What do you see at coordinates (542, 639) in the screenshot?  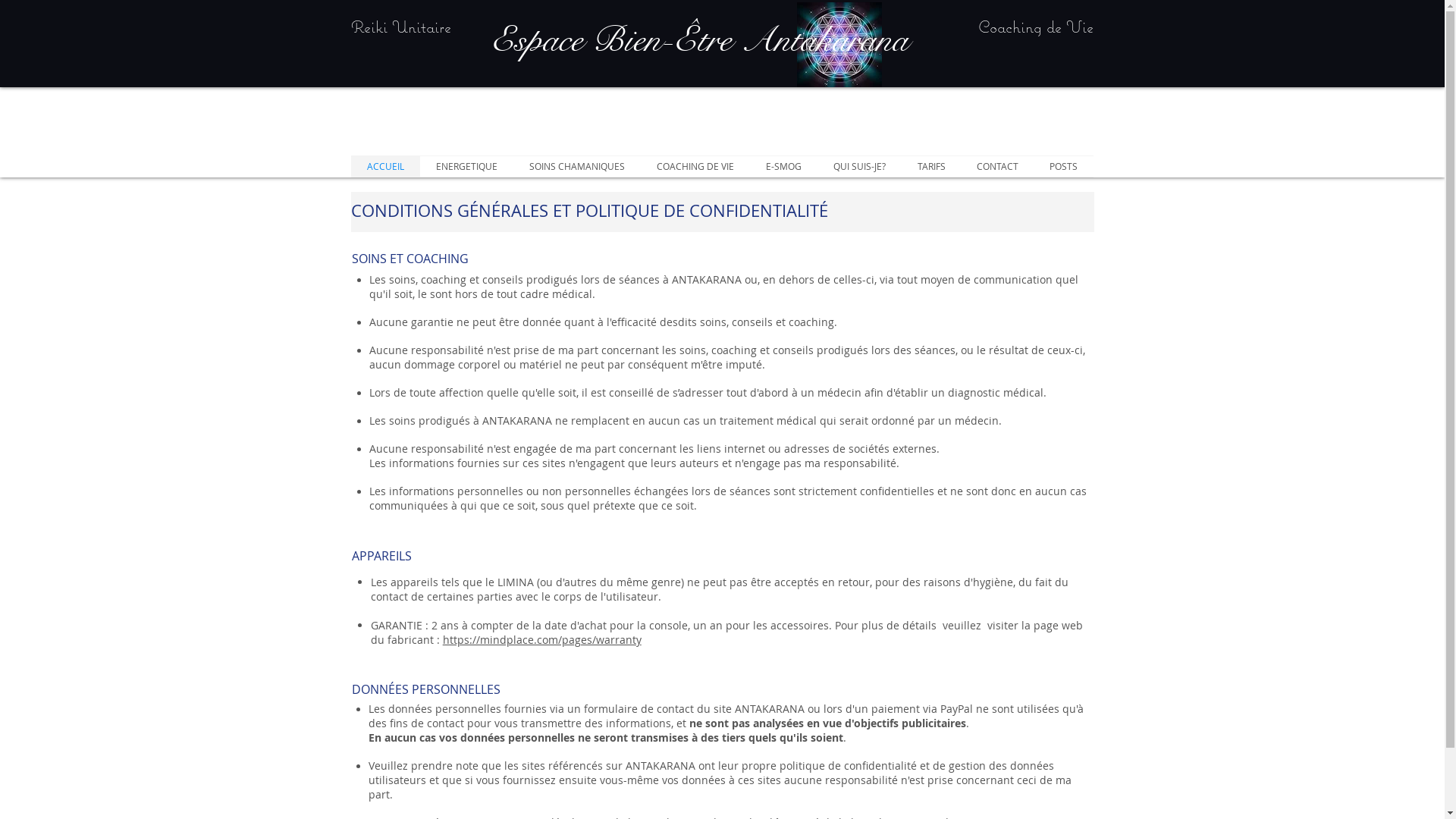 I see `'https://mindplace.com/pages/warranty'` at bounding box center [542, 639].